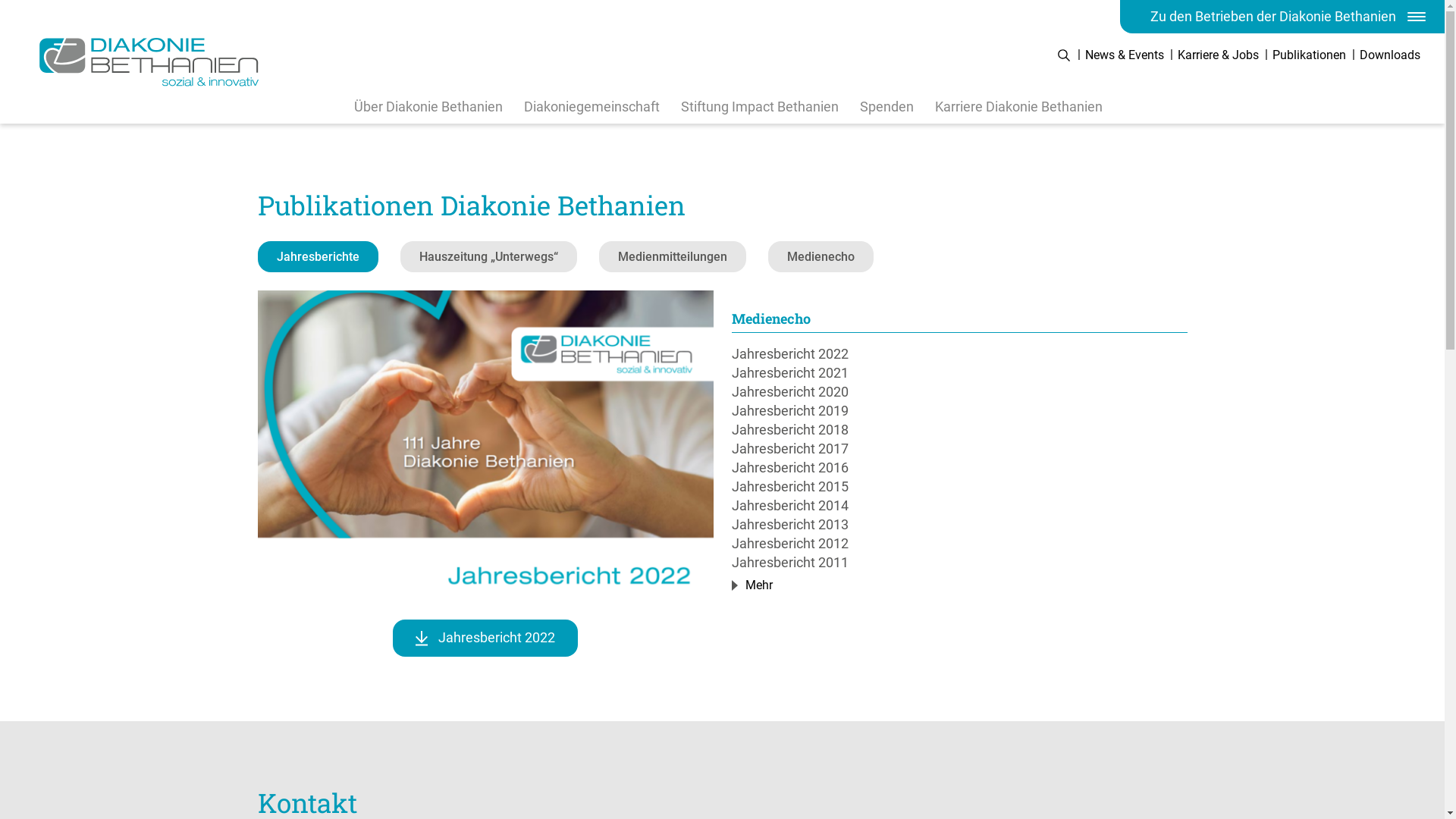 The width and height of the screenshot is (1456, 819). I want to click on 'Medienmitteilungen', so click(598, 256).